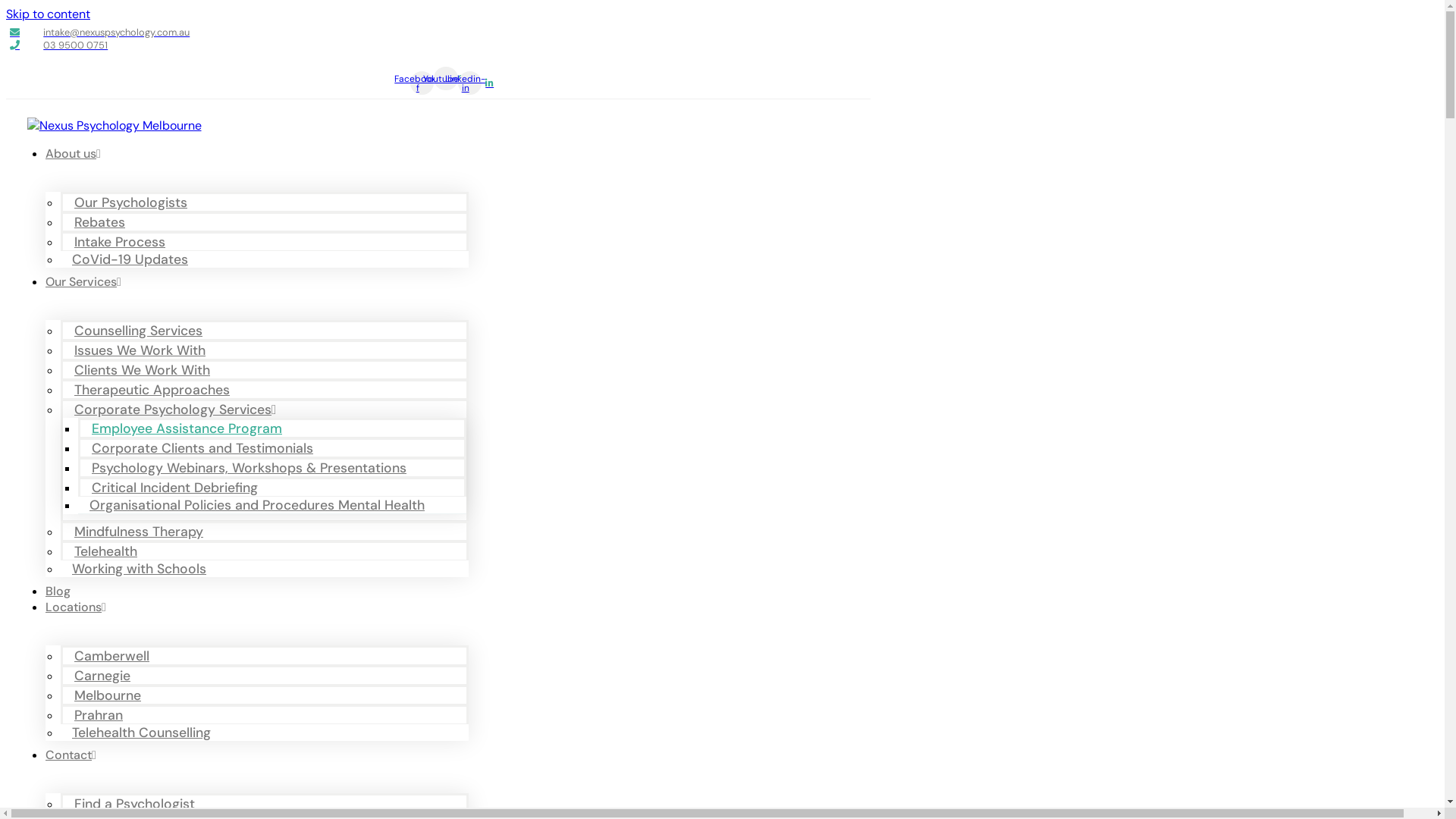  I want to click on 'About us', so click(72, 153).